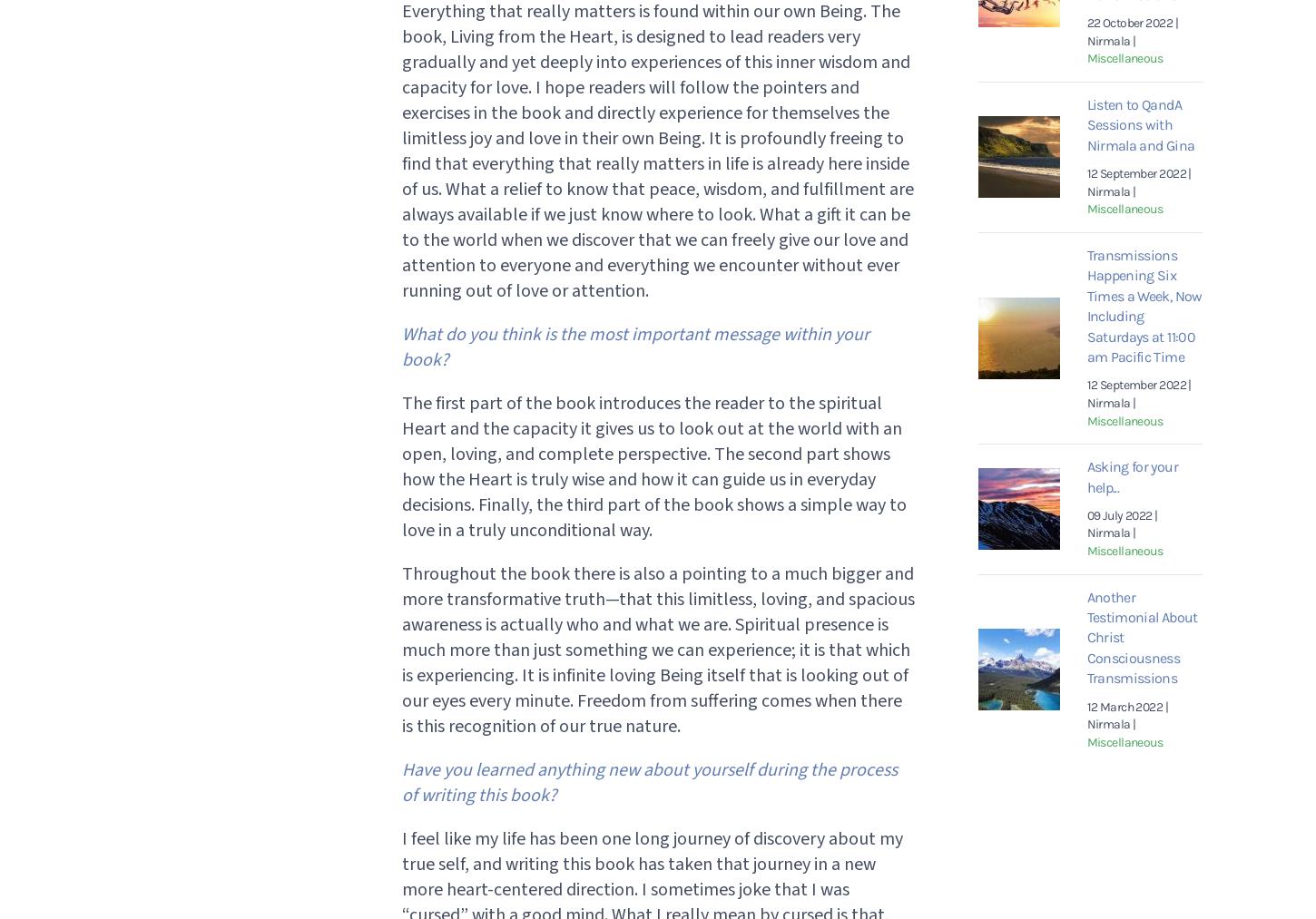 The height and width of the screenshot is (919, 1316). What do you see at coordinates (1085, 124) in the screenshot?
I see `'Listen to QandA Sessions with Nirmala and Gina'` at bounding box center [1085, 124].